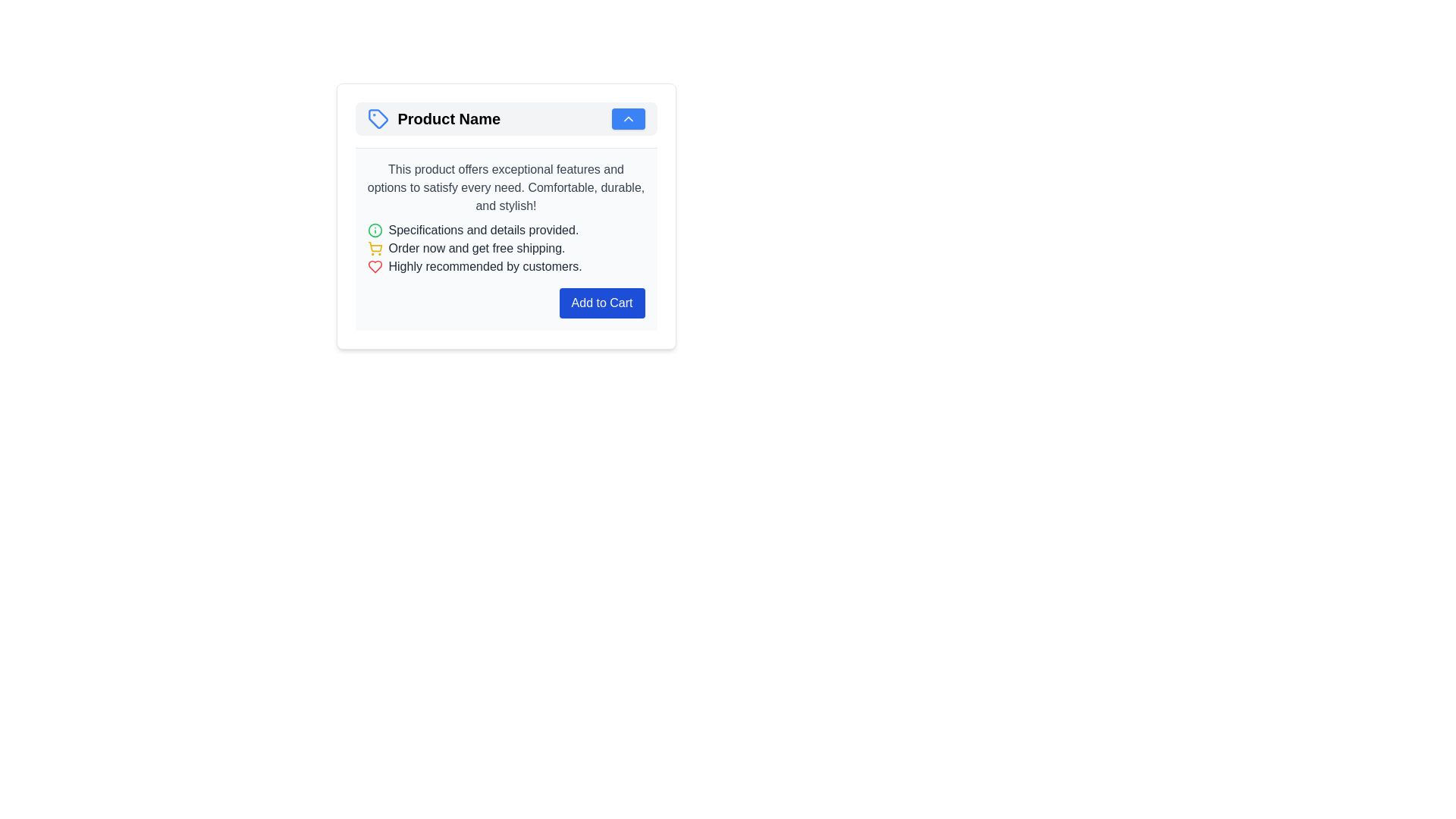  I want to click on the circular border of the 'info' icon located in the upper left area of the card interface, near the 'Product Name' label, so click(375, 231).